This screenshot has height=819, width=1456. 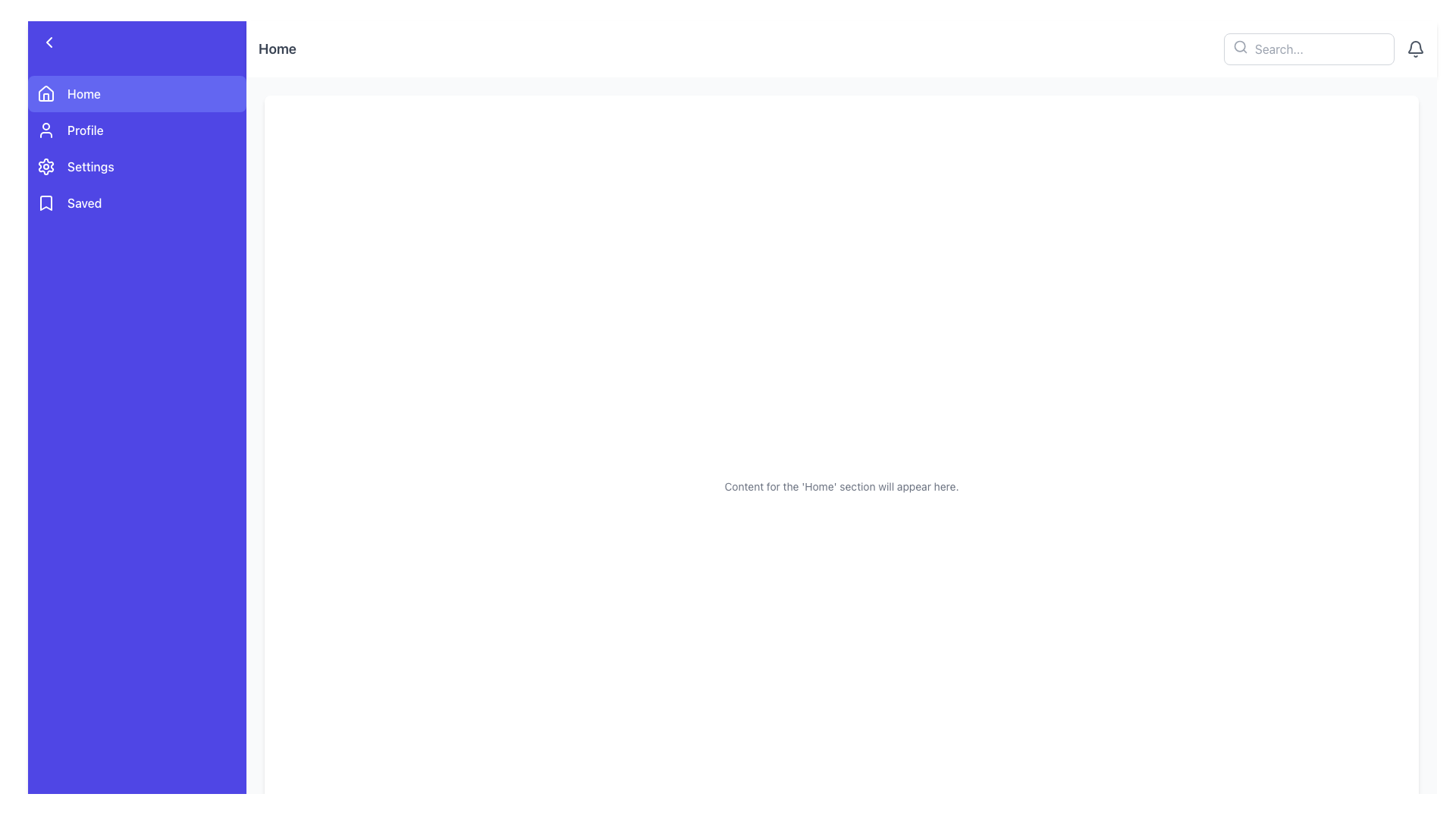 I want to click on the circular SVG element that is styled as a solid circle within the magnifying glass icon, located to the left of the search bar in the top-right area of the interface, so click(x=1240, y=45).